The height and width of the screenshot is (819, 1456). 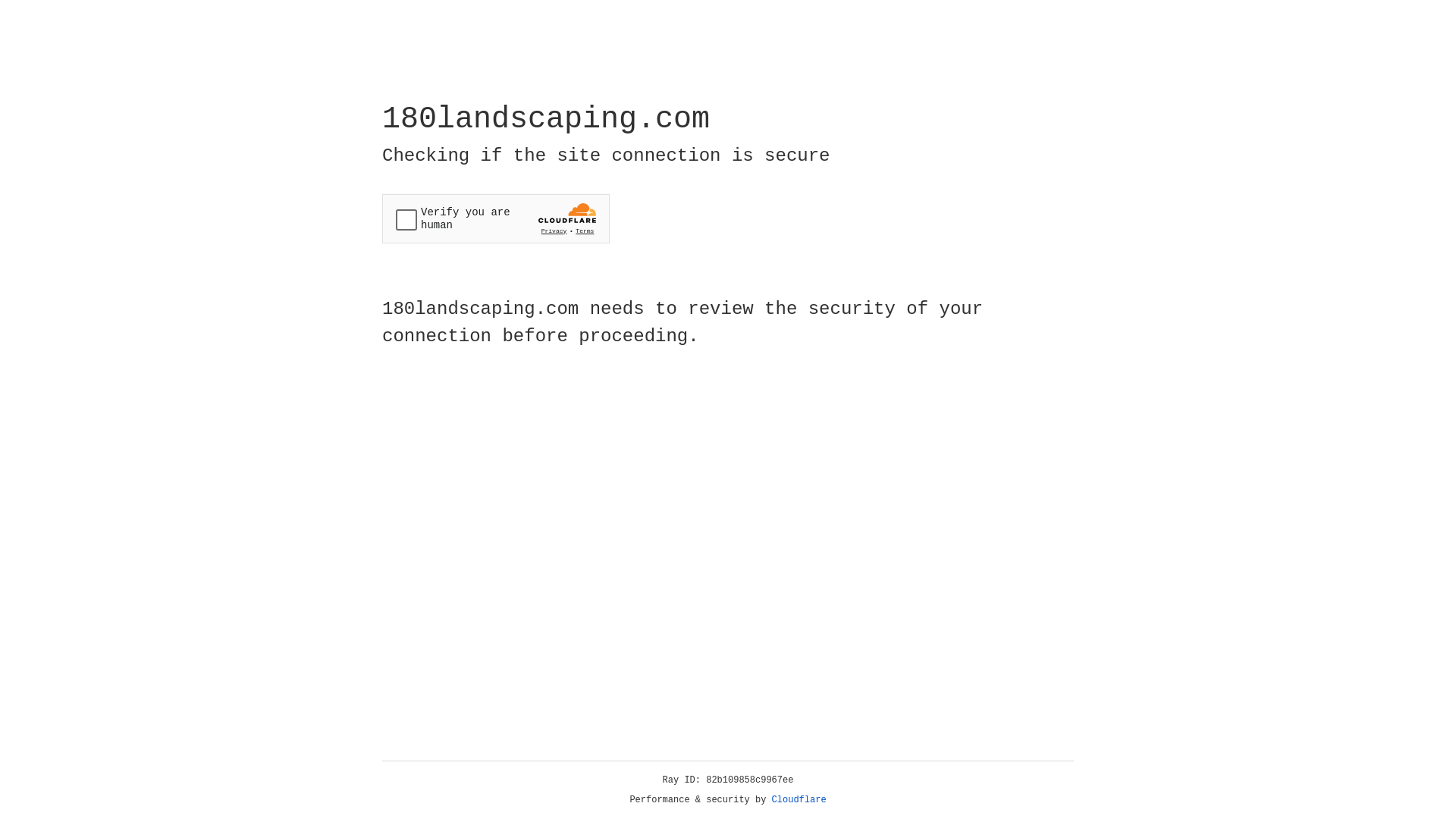 I want to click on 'Widget containing a Cloudflare security challenge', so click(x=495, y=218).